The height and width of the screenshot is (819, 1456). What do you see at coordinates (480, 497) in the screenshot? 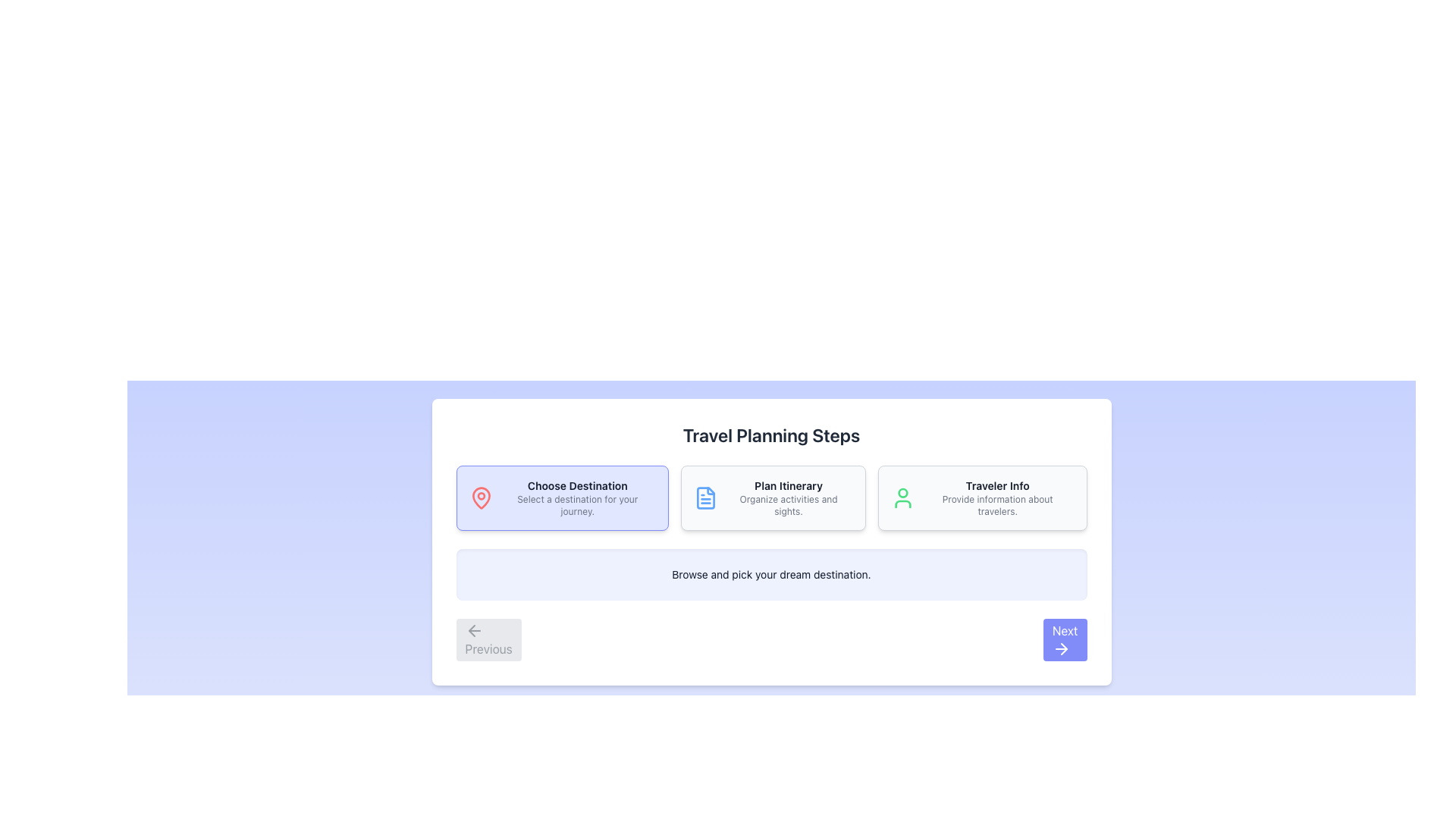
I see `the red pin-like icon associated with the 'Choose Destination' button, which is the leftmost button in a three-button horizontal layout` at bounding box center [480, 497].